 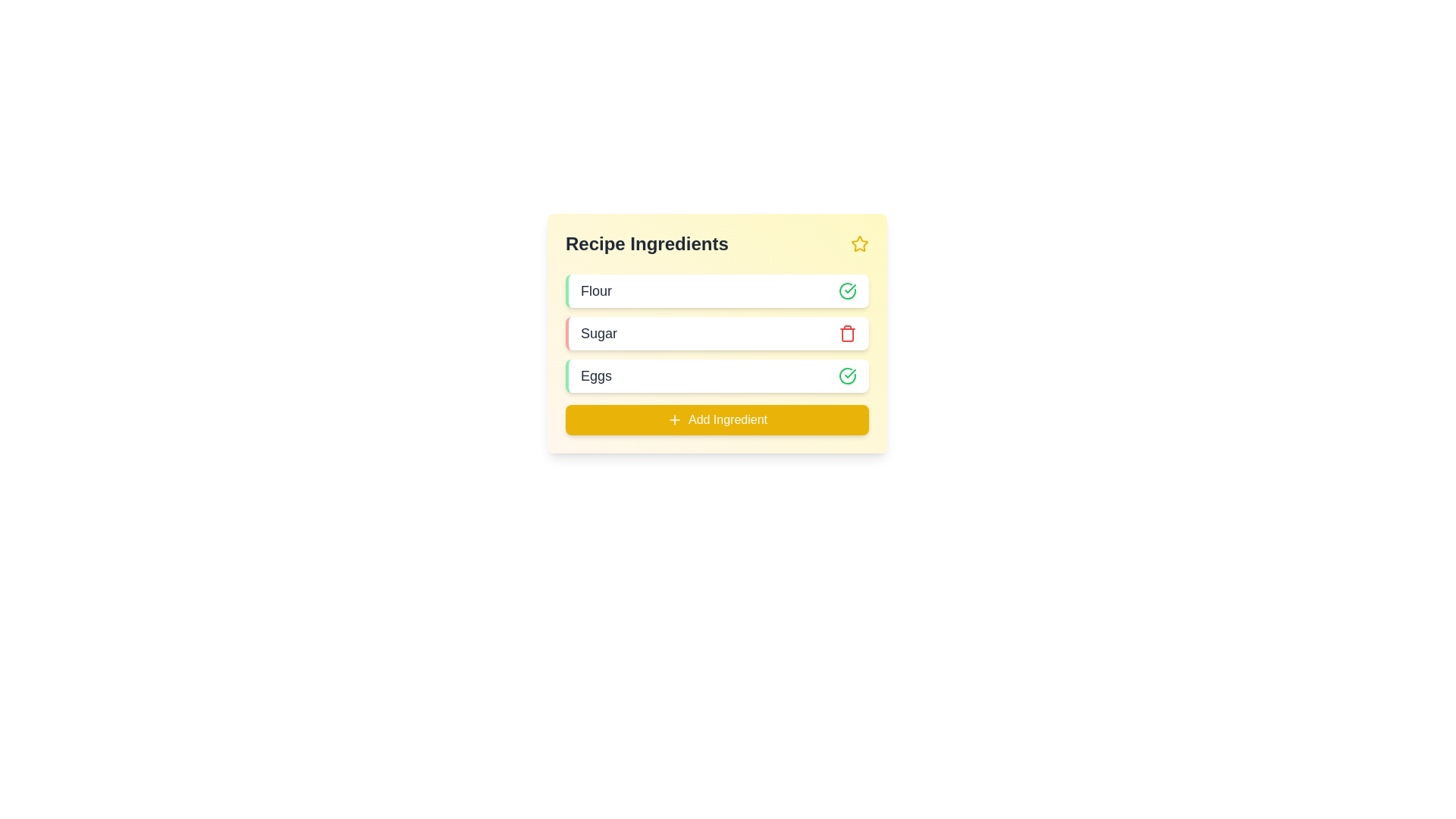 I want to click on the 'Add Ingredient' button to add a new ingredient to the list, so click(x=716, y=420).